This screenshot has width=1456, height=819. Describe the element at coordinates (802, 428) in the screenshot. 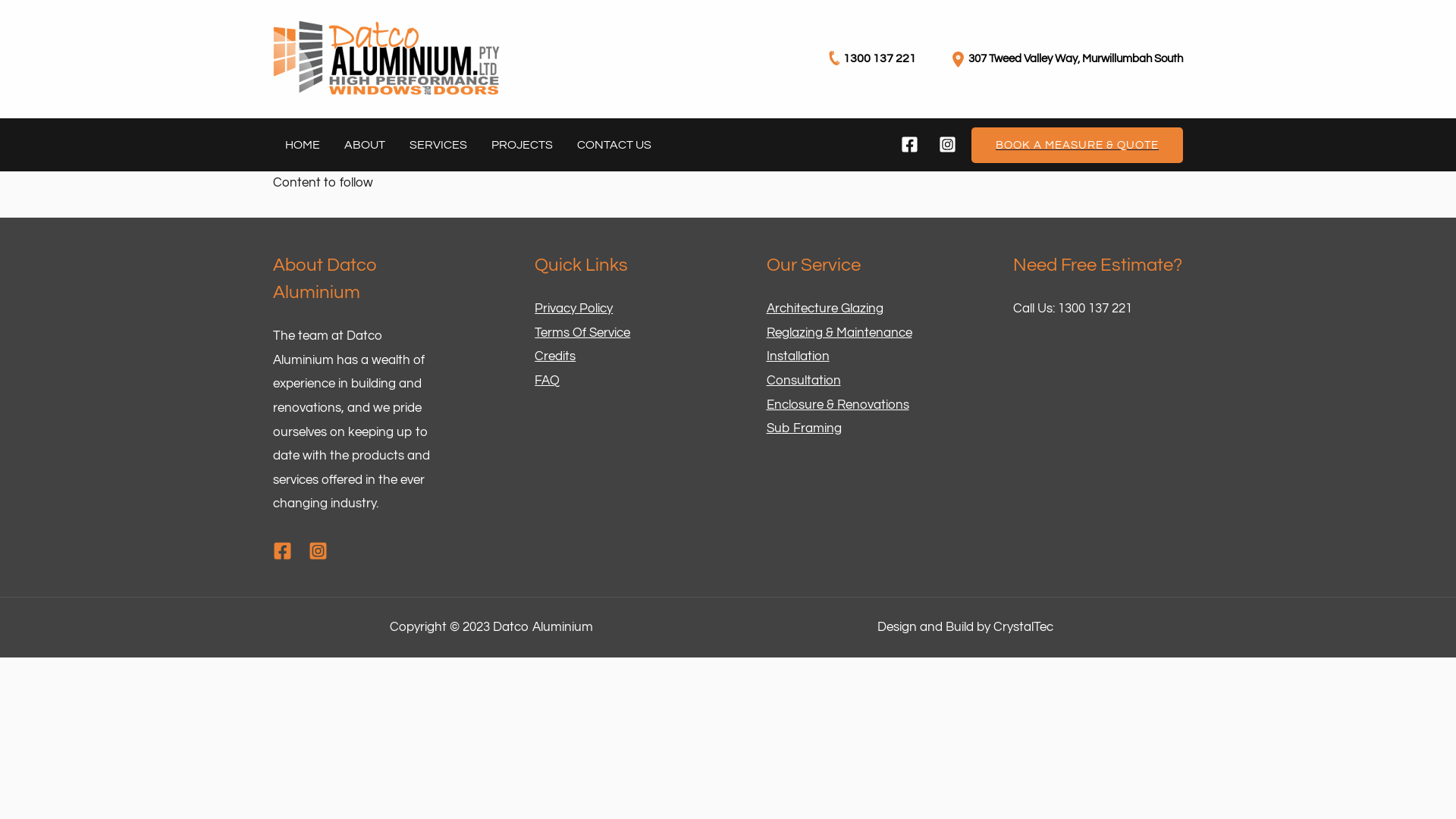

I see `'Sub Framing'` at that location.